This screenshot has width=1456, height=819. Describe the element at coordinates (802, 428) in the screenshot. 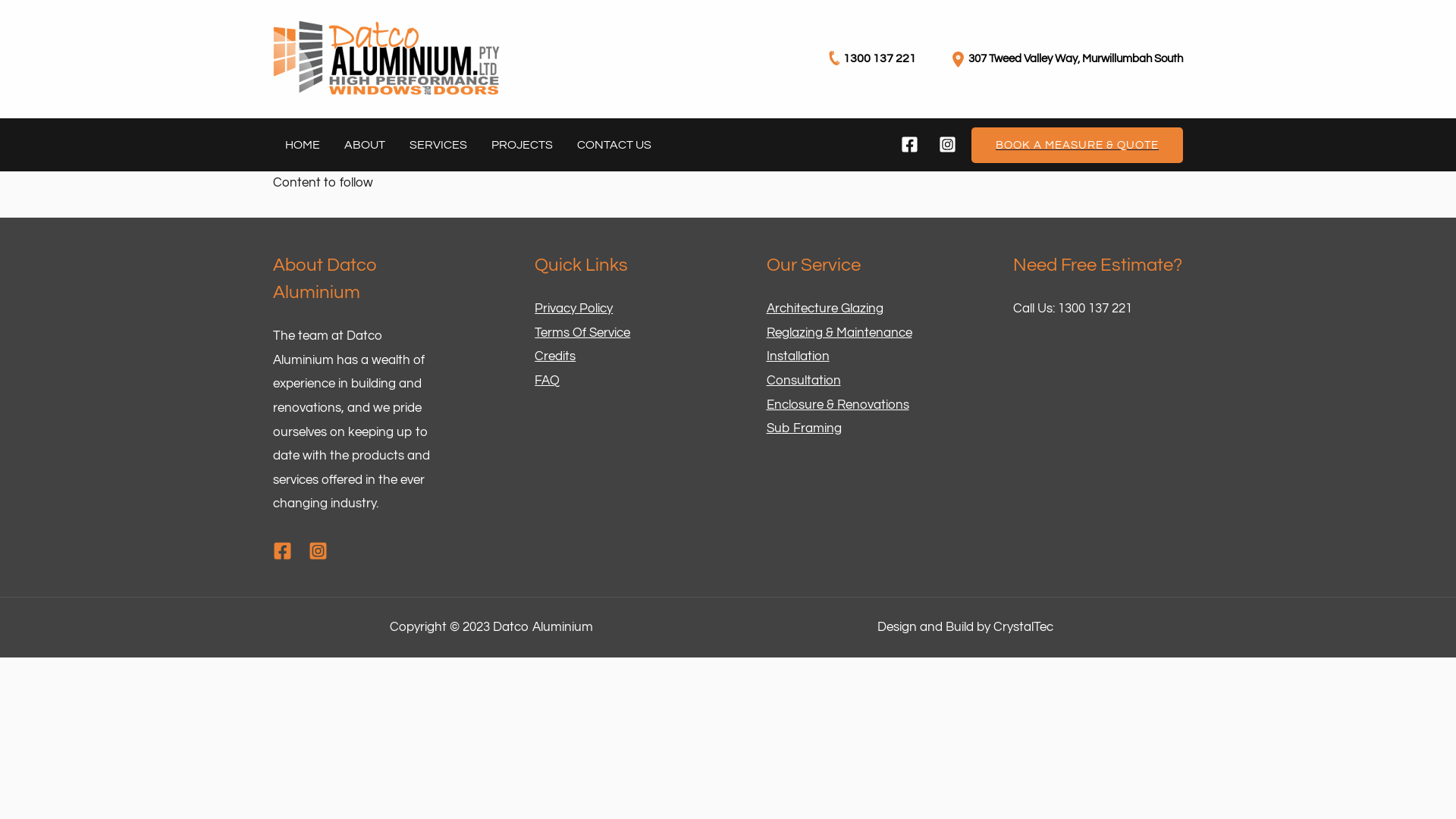

I see `'Sub Framing'` at that location.